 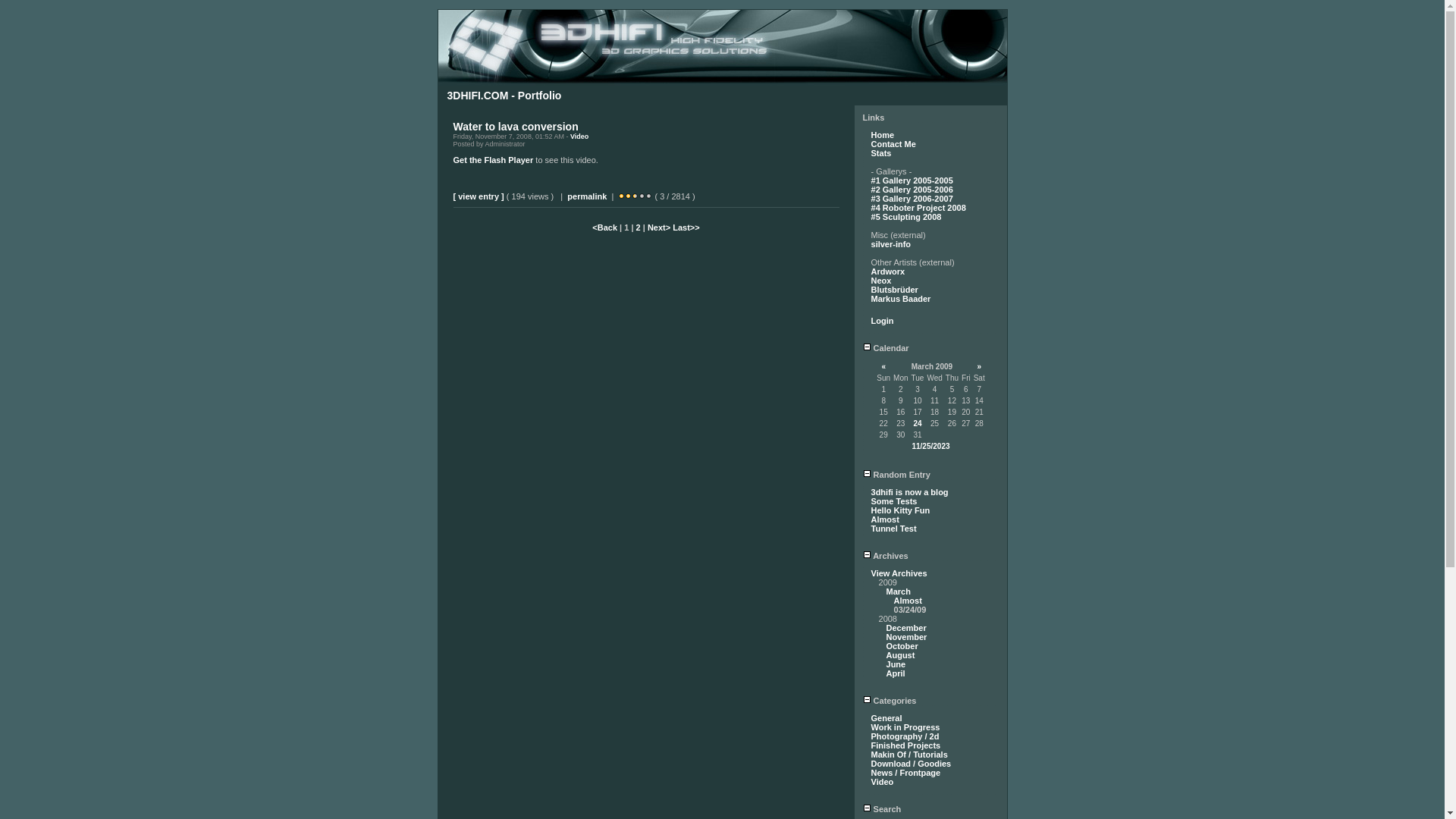 What do you see at coordinates (578, 136) in the screenshot?
I see `'Video'` at bounding box center [578, 136].